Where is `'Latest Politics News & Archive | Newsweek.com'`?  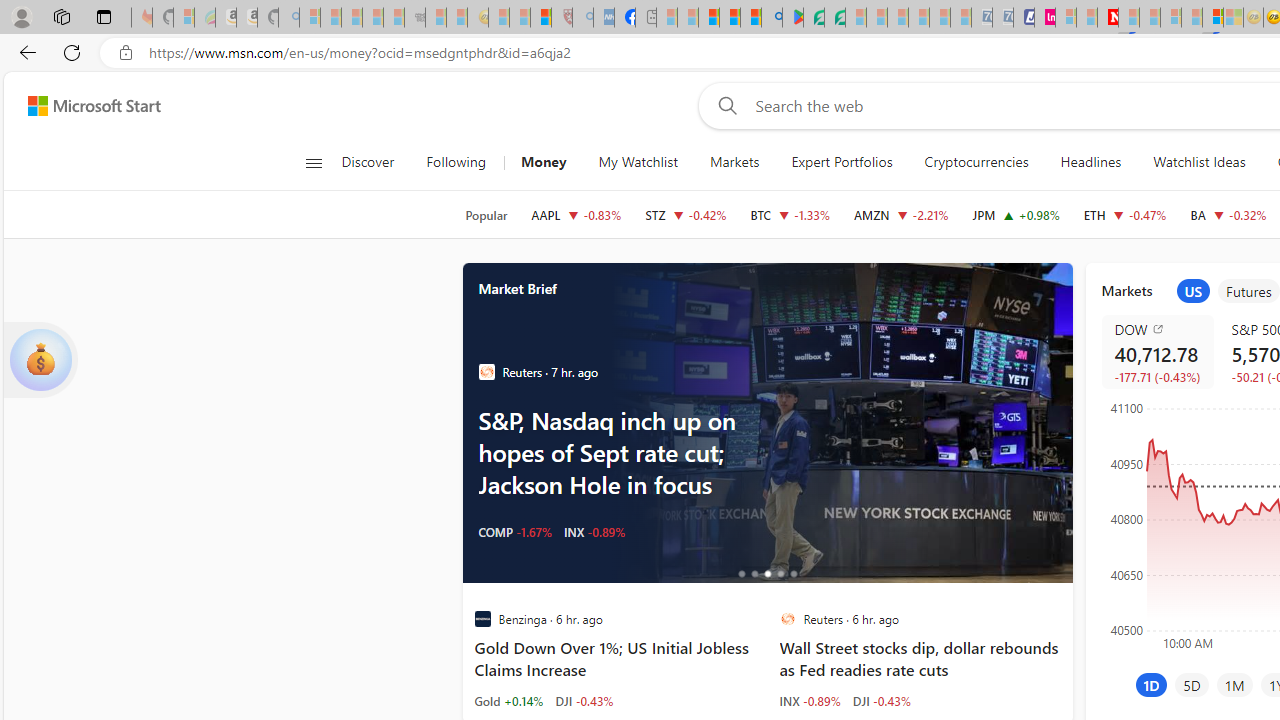
'Latest Politics News & Archive | Newsweek.com' is located at coordinates (1106, 17).